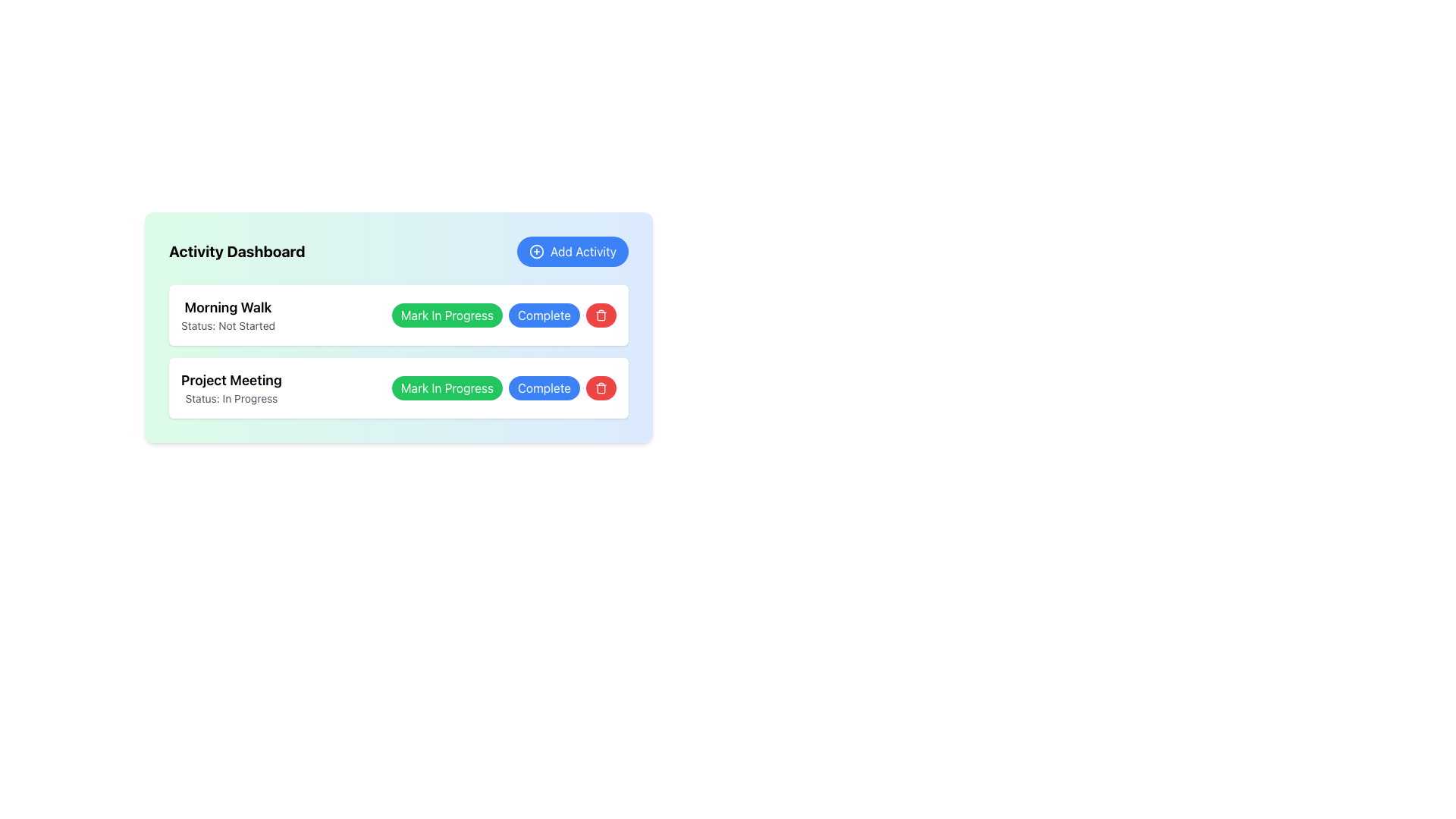  What do you see at coordinates (600, 315) in the screenshot?
I see `the delete icon button located on the far right side of the second row in the list for the 'Project Meeting' entry` at bounding box center [600, 315].